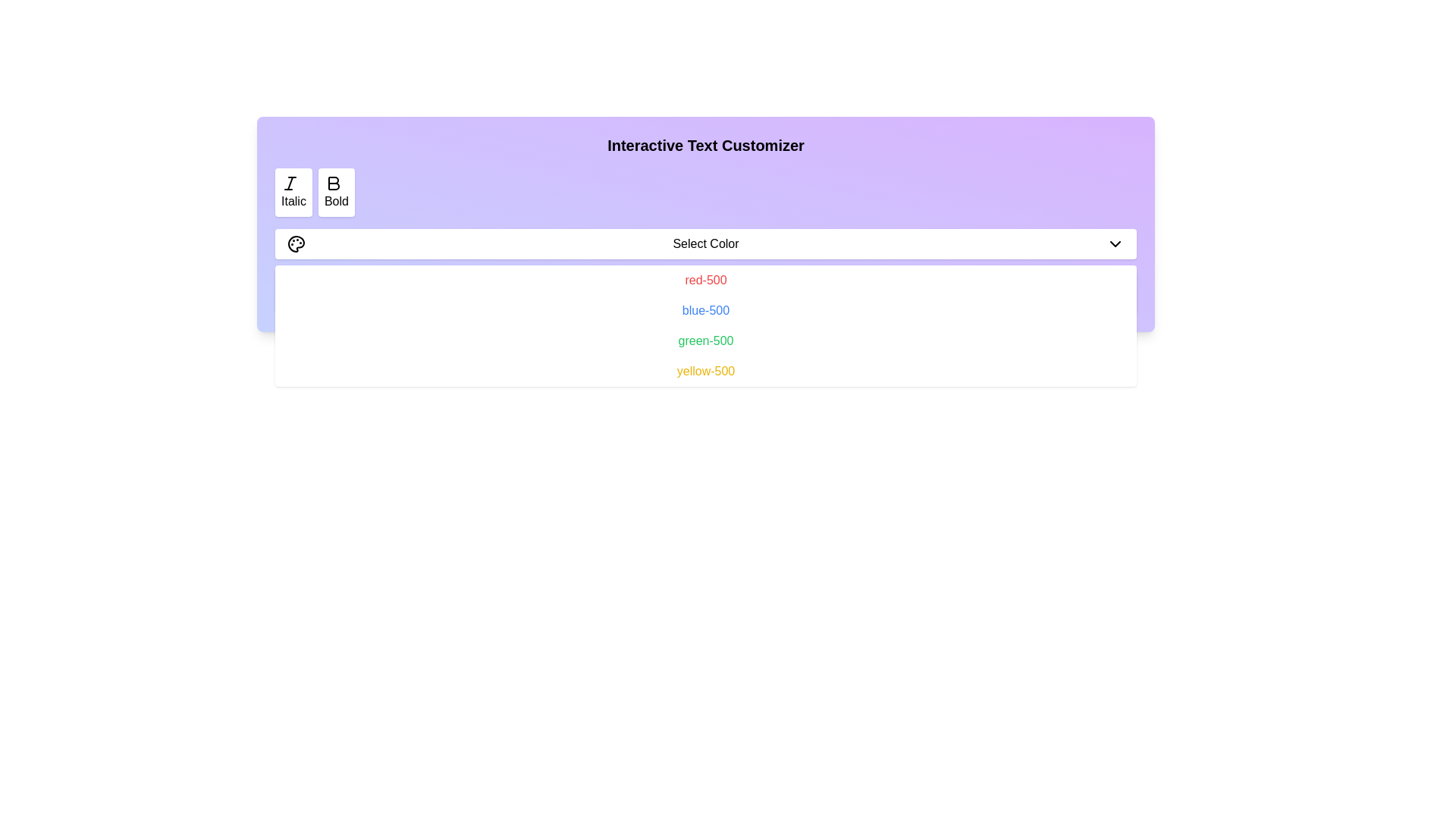 The height and width of the screenshot is (819, 1456). Describe the element at coordinates (332, 183) in the screenshot. I see `the bold icon within the 'Bold' button to apply bold formatting to the text in the application` at that location.